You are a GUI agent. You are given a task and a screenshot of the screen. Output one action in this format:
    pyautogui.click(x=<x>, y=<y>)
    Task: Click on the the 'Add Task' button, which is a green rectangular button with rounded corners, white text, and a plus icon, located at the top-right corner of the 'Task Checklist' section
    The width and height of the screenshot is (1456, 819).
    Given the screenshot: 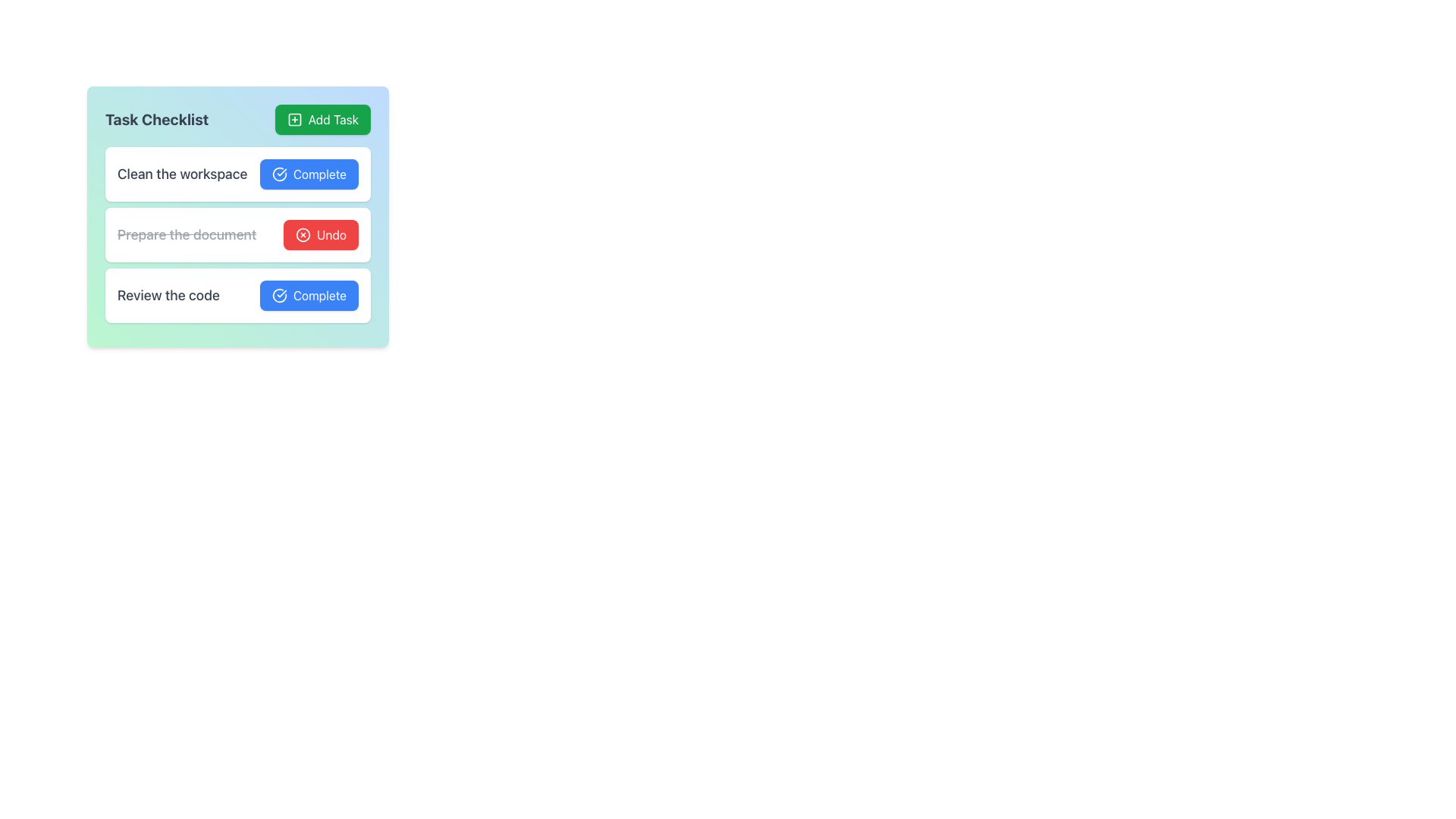 What is the action you would take?
    pyautogui.click(x=322, y=119)
    